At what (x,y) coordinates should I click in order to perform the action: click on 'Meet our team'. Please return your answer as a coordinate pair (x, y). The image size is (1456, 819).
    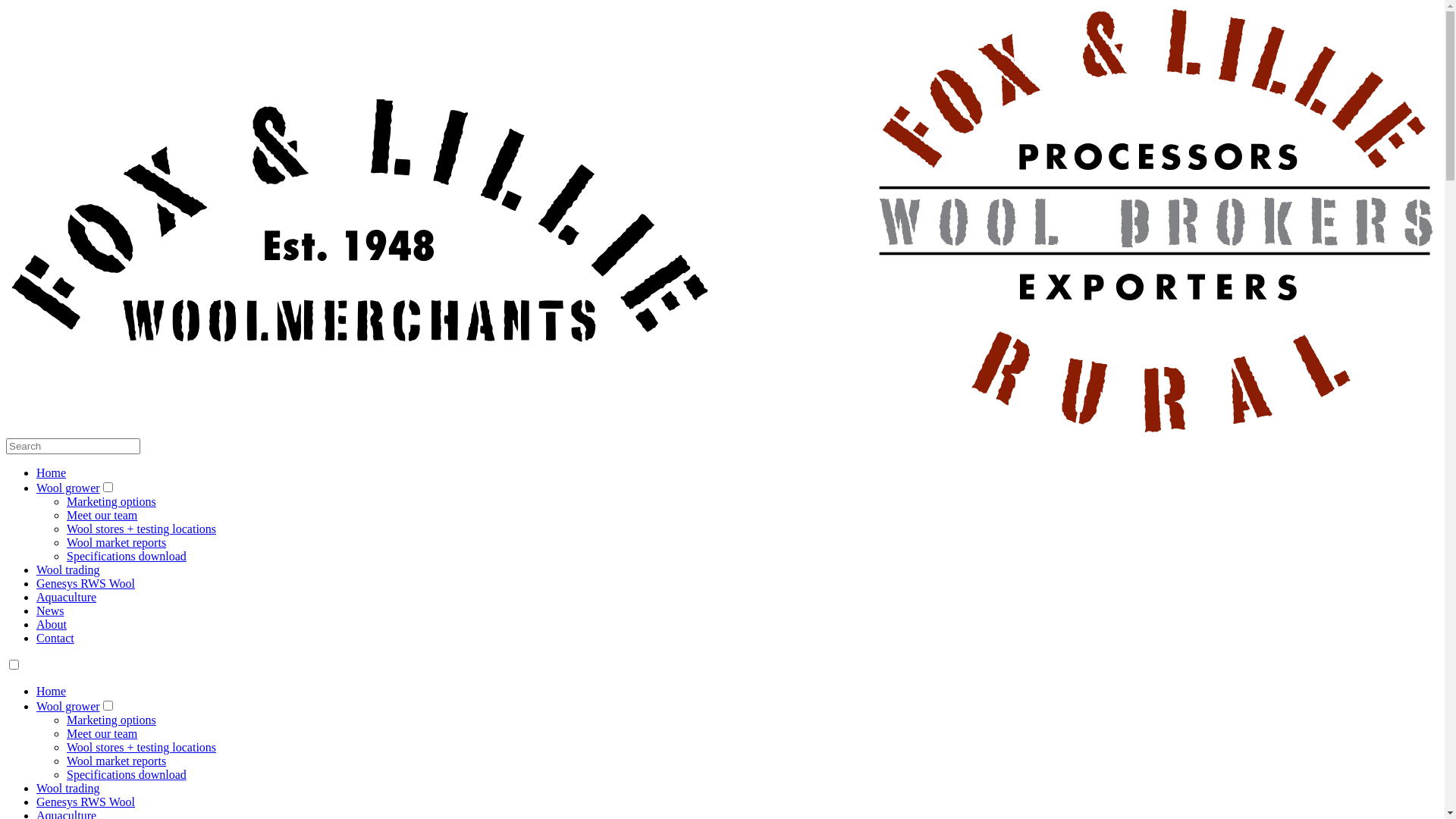
    Looking at the image, I should click on (101, 733).